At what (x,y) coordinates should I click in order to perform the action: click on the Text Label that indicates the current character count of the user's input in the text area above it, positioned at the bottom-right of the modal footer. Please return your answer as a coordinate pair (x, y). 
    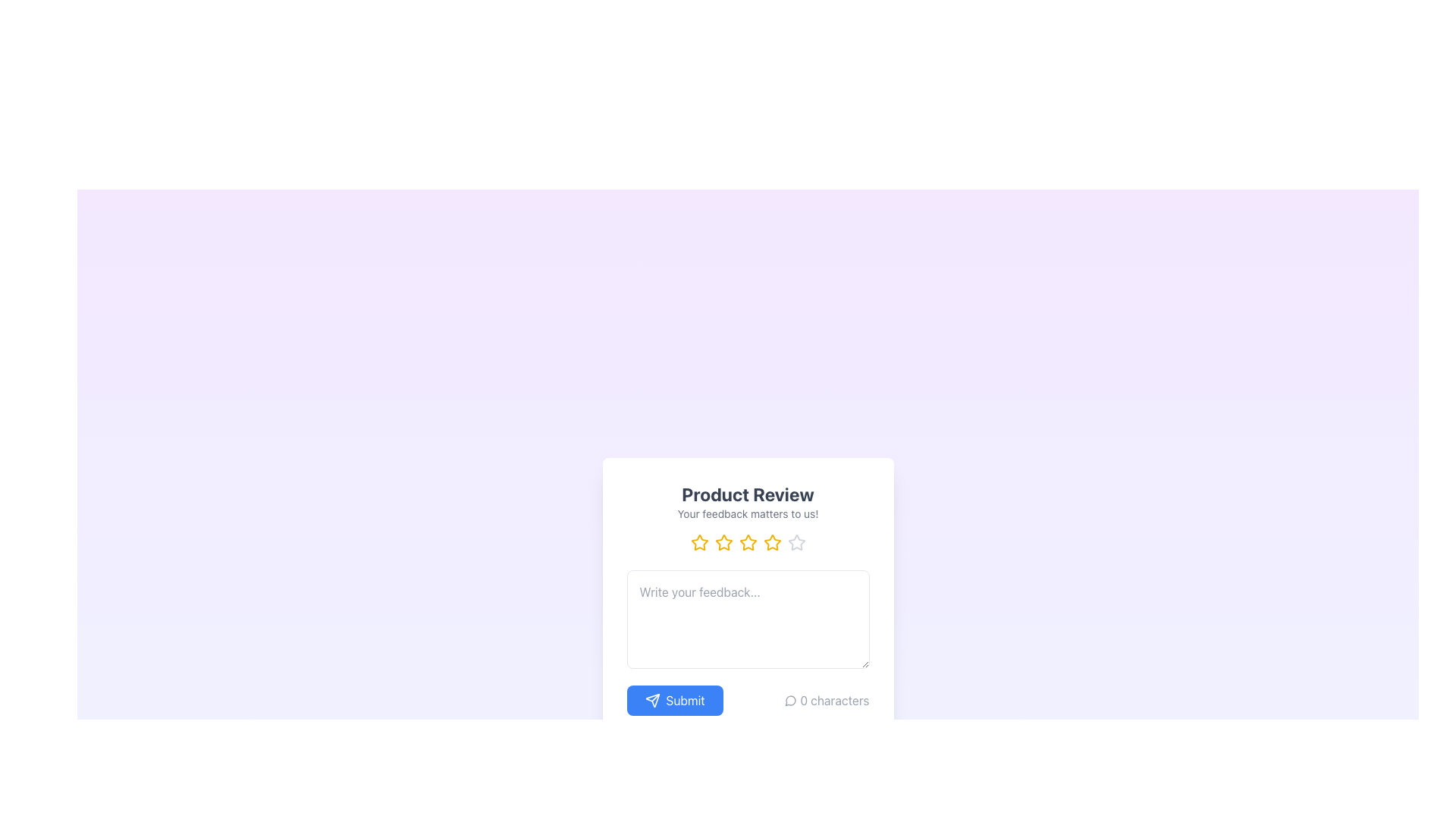
    Looking at the image, I should click on (826, 701).